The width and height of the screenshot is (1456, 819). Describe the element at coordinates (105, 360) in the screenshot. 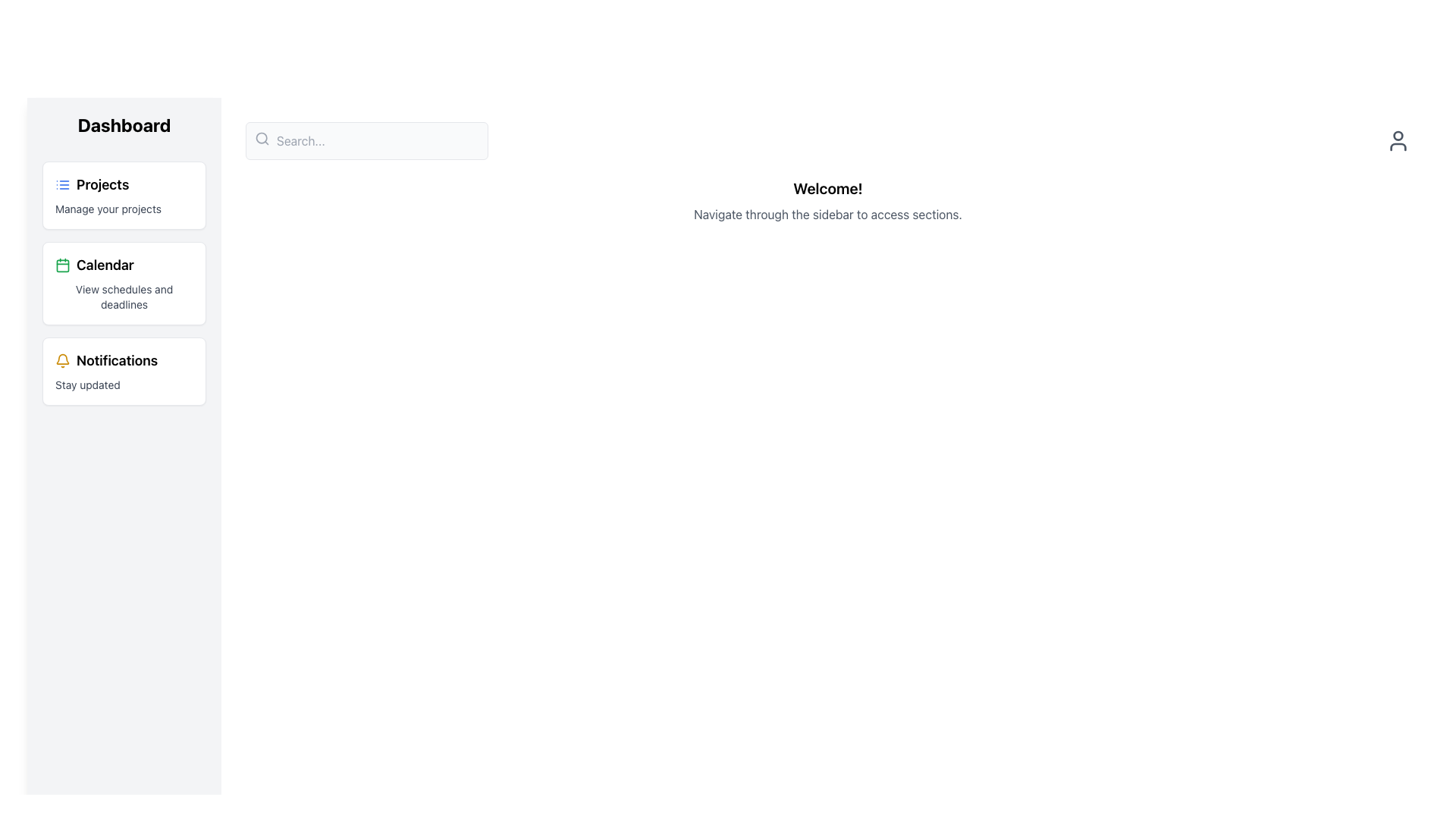

I see `the Label with an icon that serves as a heading for the notification section, located in the third card of the left sidebar` at that location.